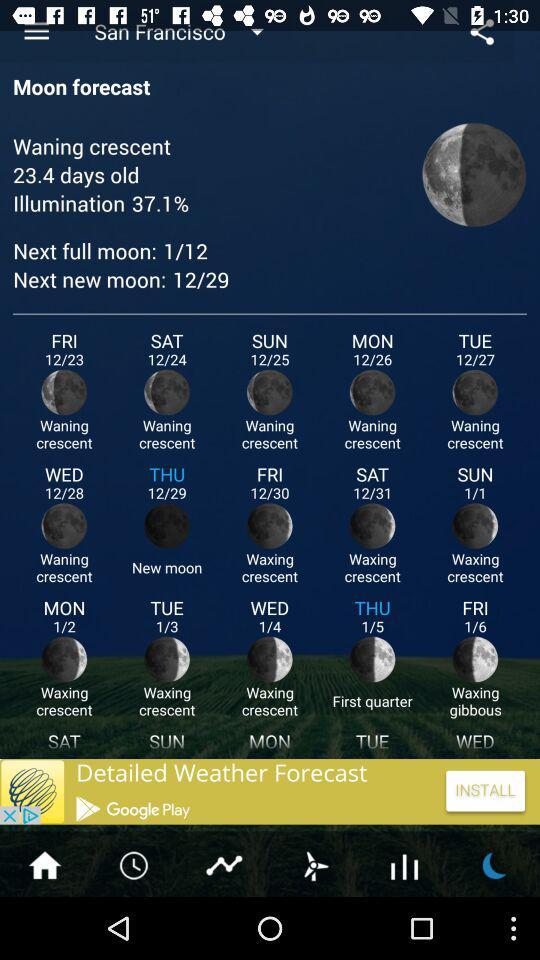  What do you see at coordinates (135, 925) in the screenshot?
I see `the time icon` at bounding box center [135, 925].